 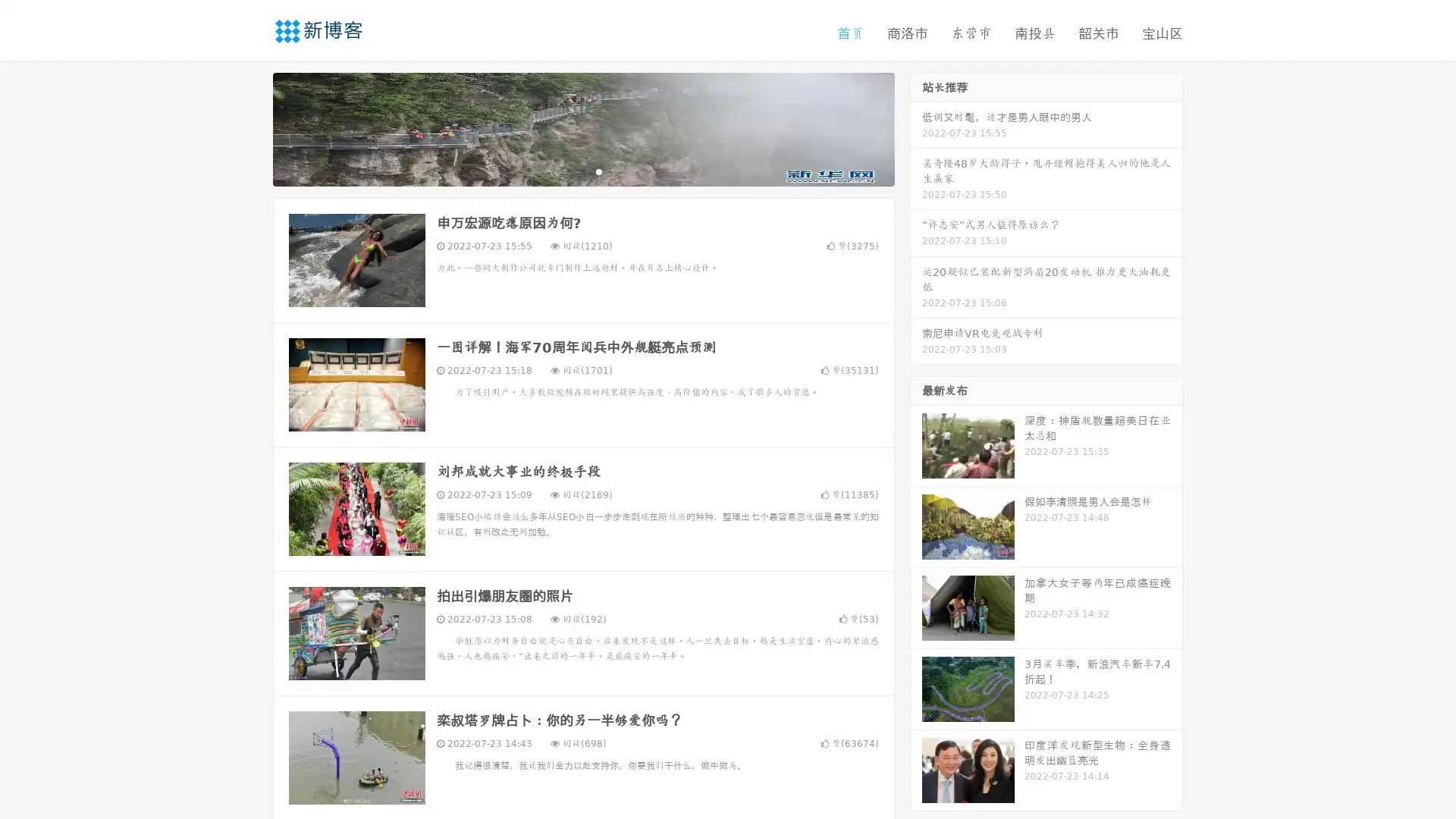 I want to click on Next slide, so click(x=916, y=127).